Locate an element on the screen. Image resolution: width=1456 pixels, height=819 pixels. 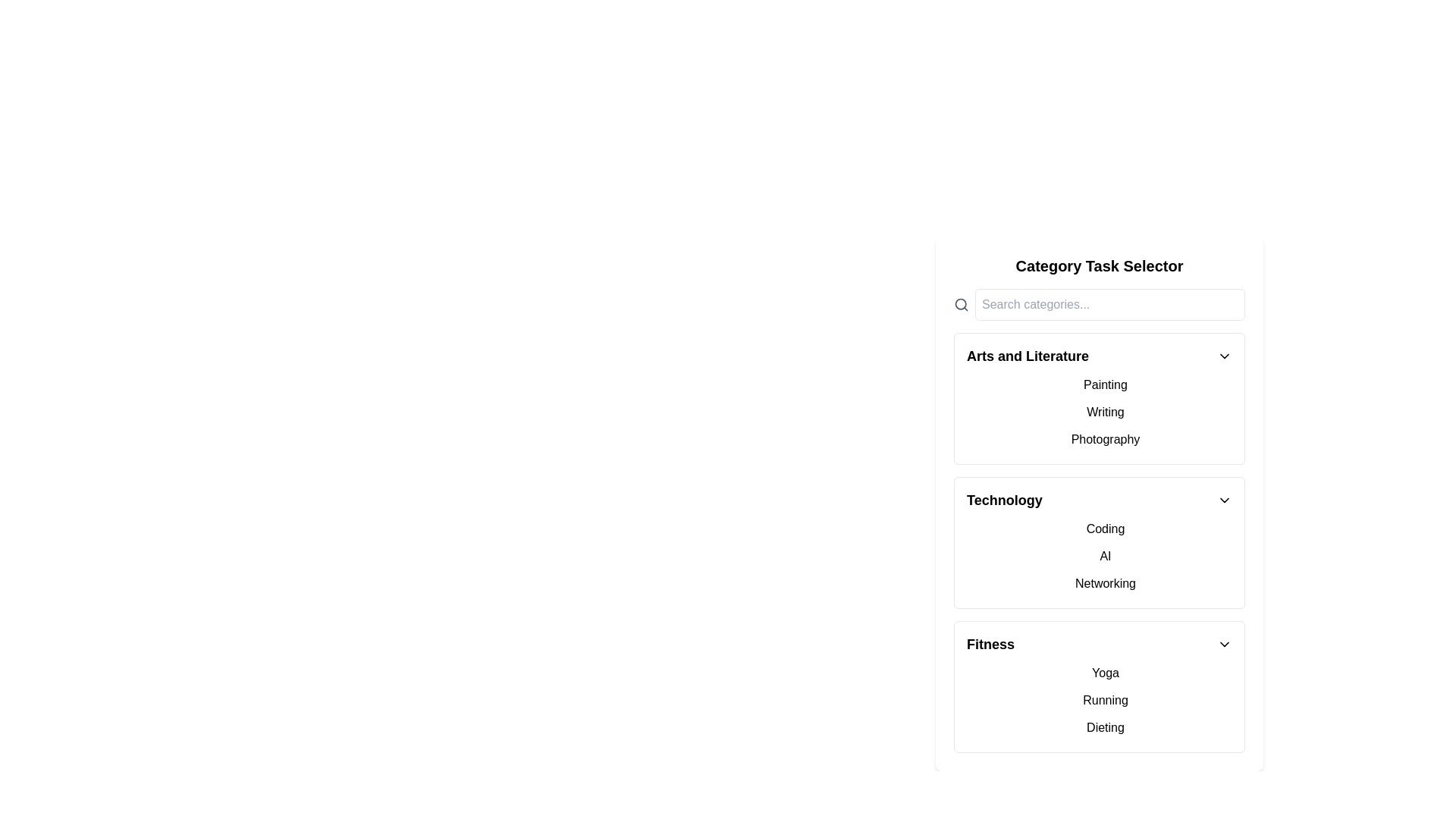
the search icon located at the left of the 'Search categories...' input box within the 'Category Task Selector' sidebar is located at coordinates (960, 304).